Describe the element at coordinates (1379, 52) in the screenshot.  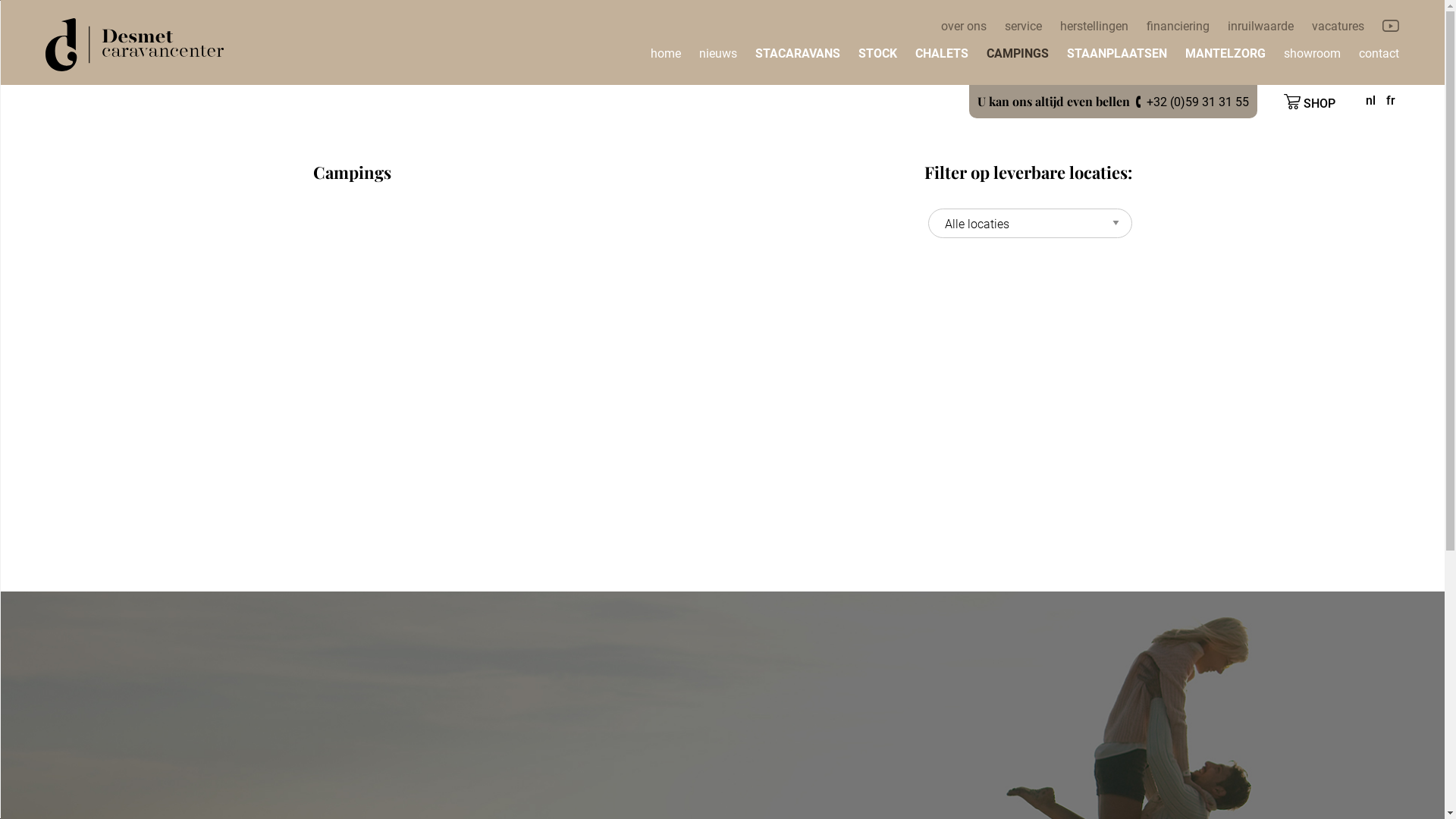
I see `'contact'` at that location.